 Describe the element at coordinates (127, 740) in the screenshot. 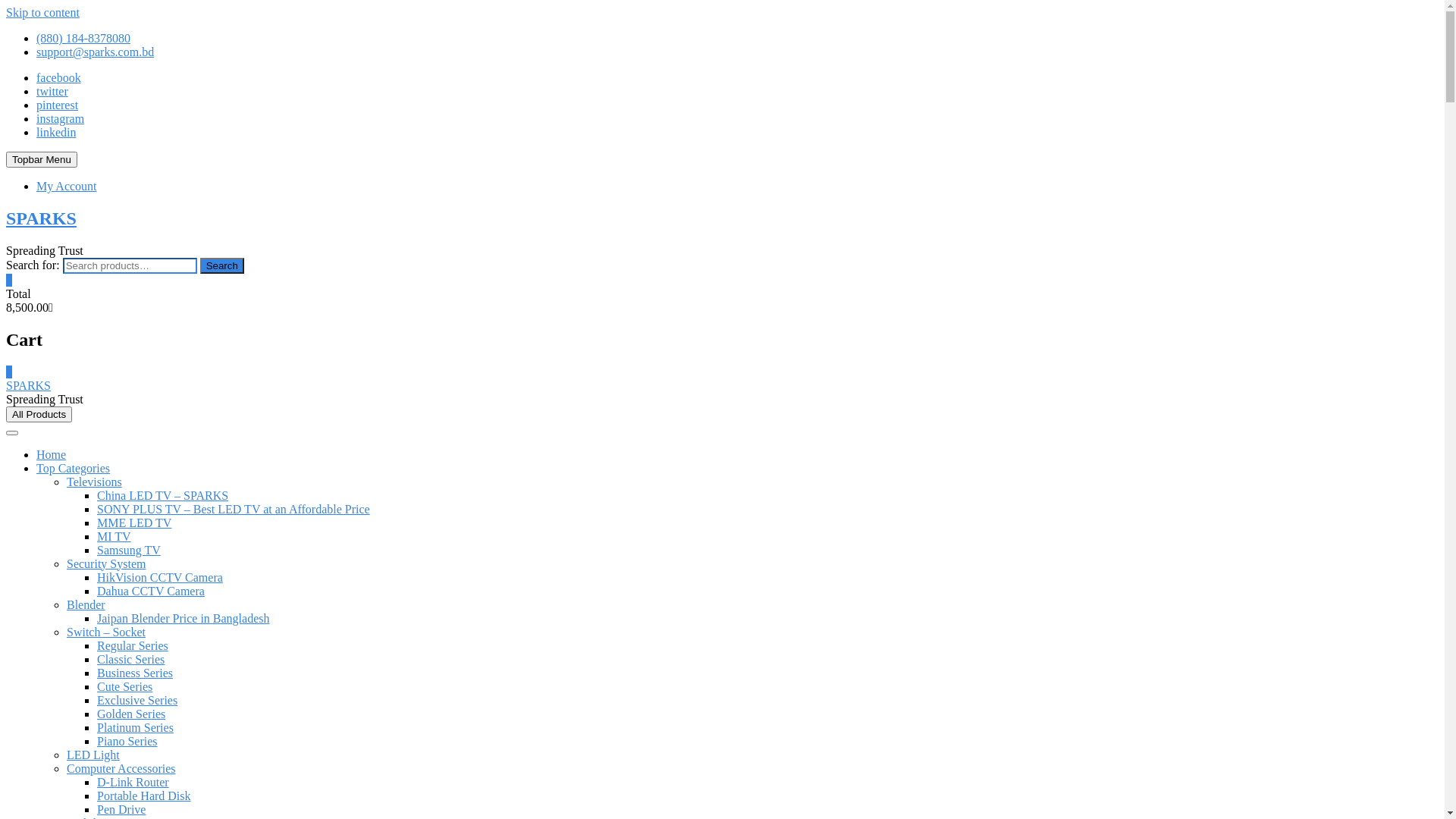

I see `'Piano Series'` at that location.